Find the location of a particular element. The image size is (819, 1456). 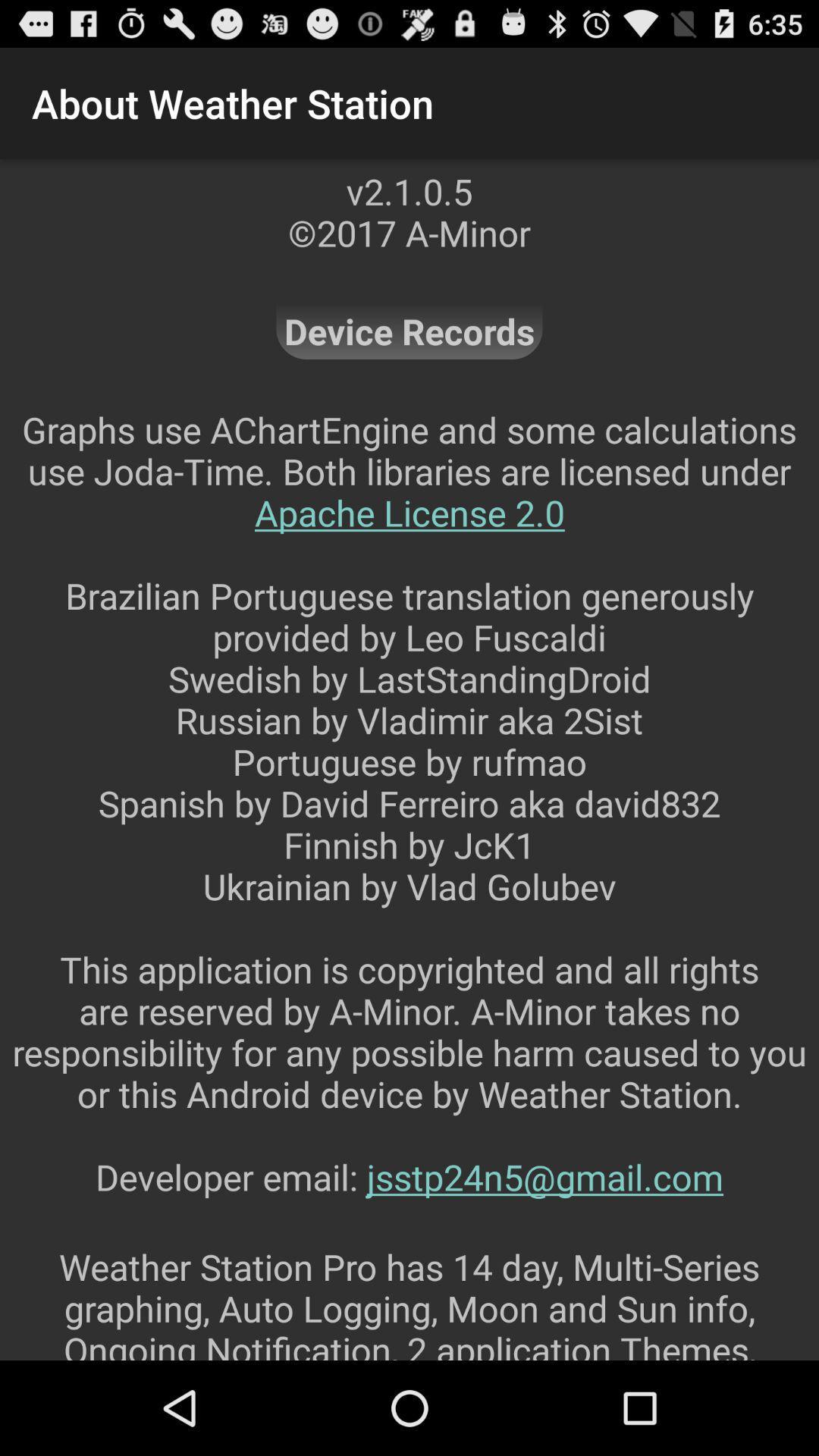

the device records item is located at coordinates (409, 330).